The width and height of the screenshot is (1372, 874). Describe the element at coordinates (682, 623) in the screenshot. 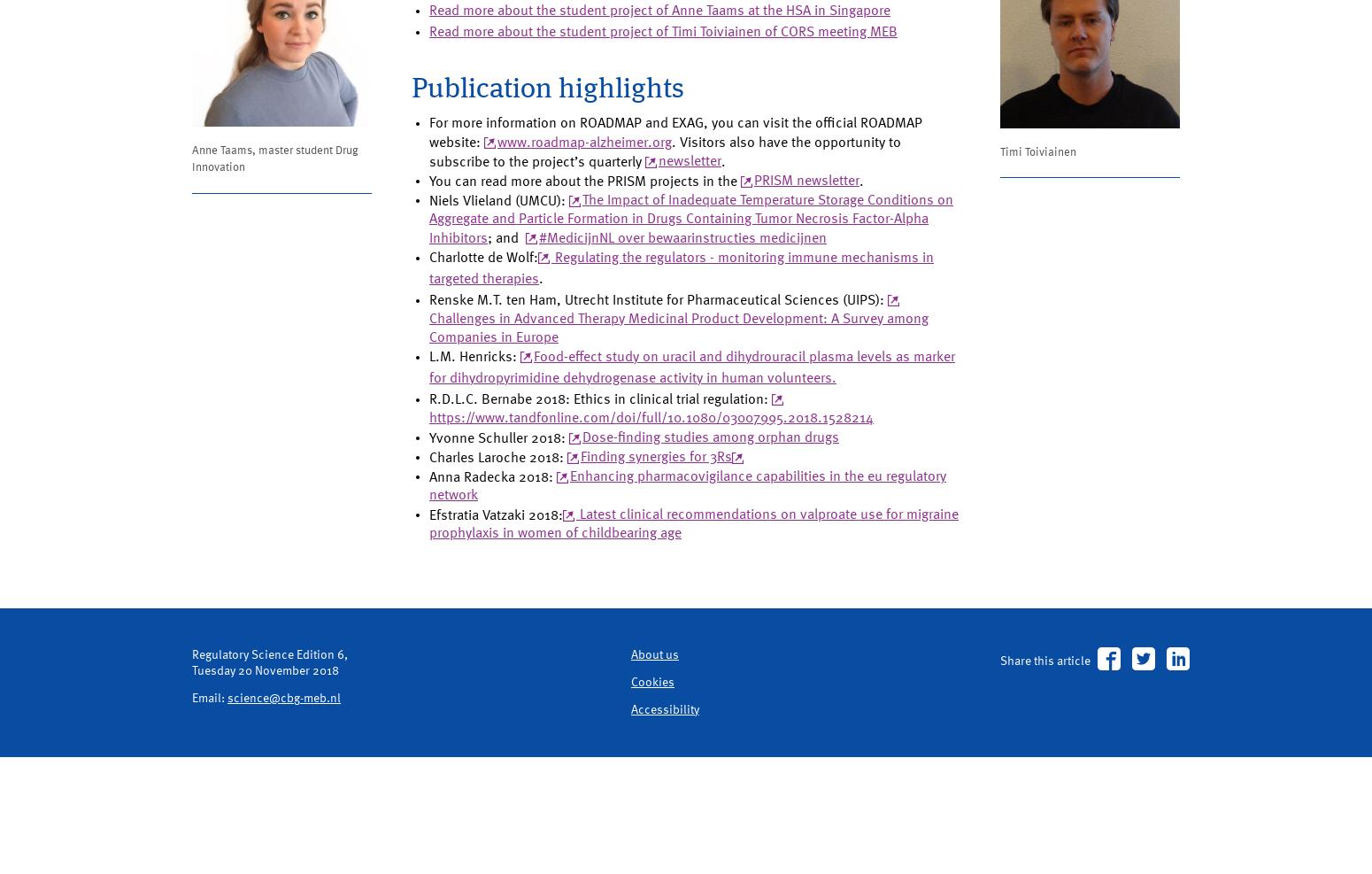

I see `'Latest clinical recommendations on valproate use for migraine prophylaxis in women of childbearing age'` at that location.